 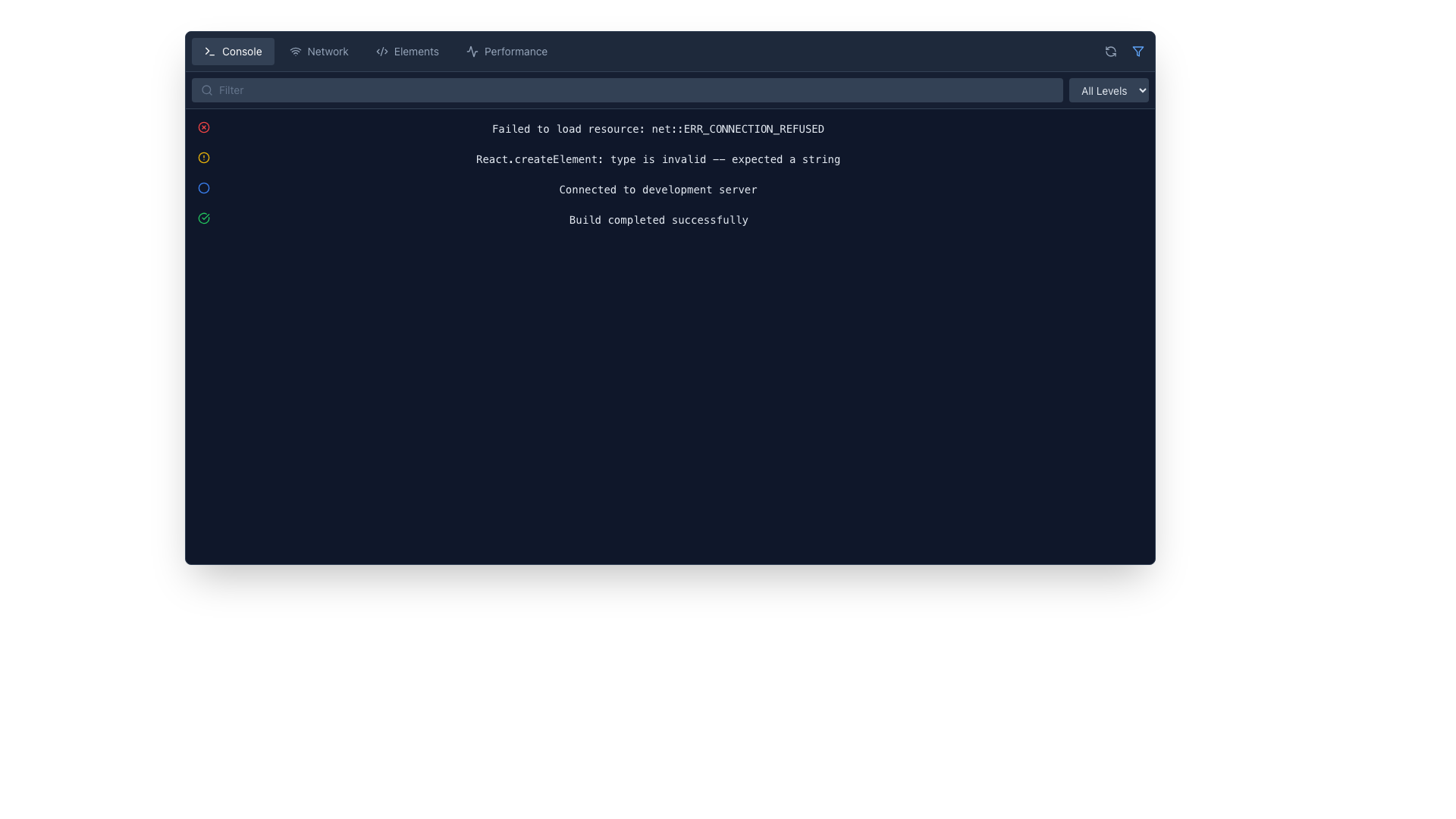 I want to click on a specific filter option from the dropdown menu located at the top of the central panel, below the tabs labeled 'Console,' 'Network,' etc, so click(x=669, y=90).